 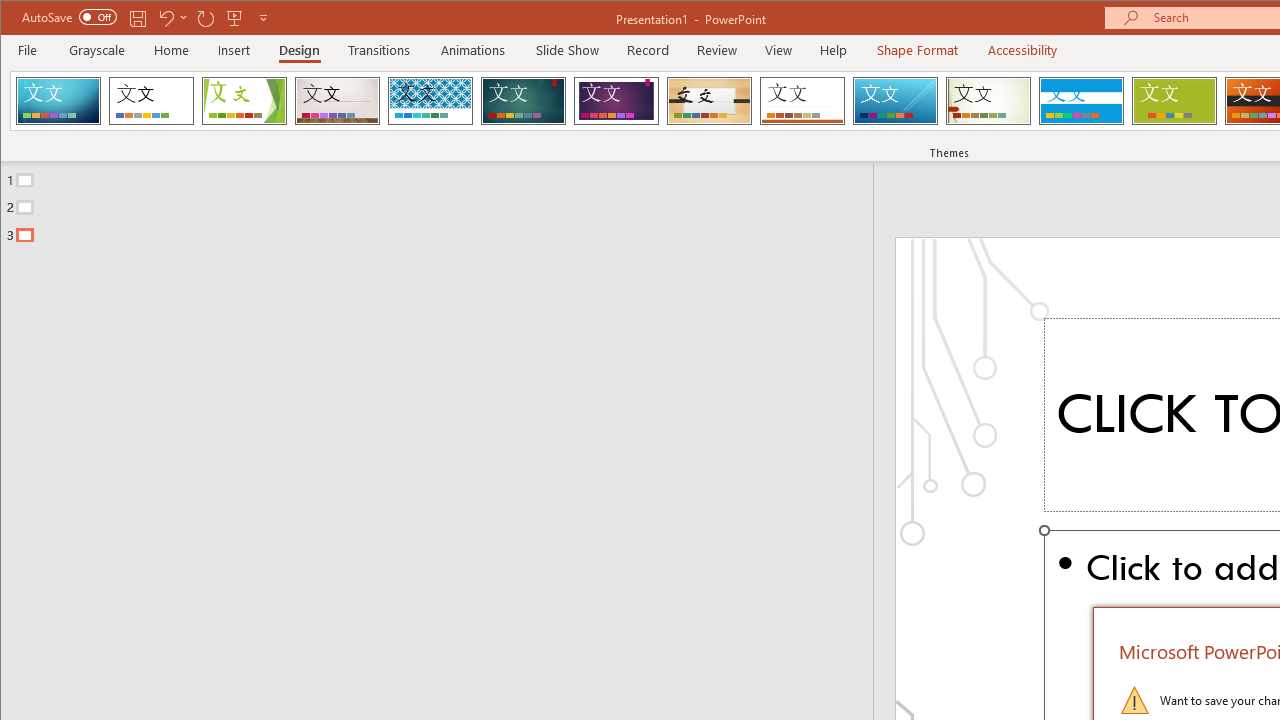 I want to click on 'Banded', so click(x=1080, y=100).